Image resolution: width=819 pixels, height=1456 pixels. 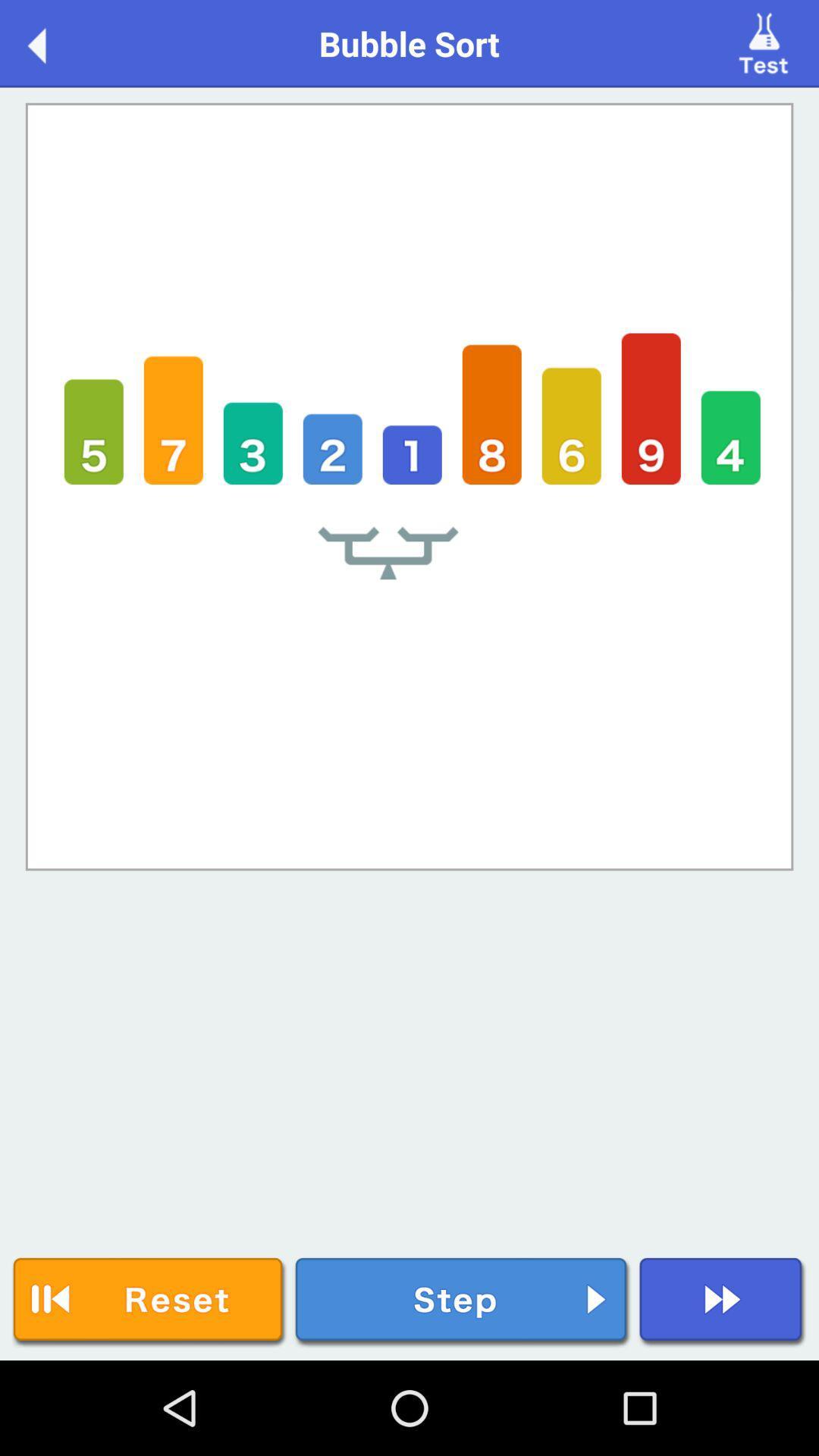 What do you see at coordinates (766, 42) in the screenshot?
I see `test icon` at bounding box center [766, 42].